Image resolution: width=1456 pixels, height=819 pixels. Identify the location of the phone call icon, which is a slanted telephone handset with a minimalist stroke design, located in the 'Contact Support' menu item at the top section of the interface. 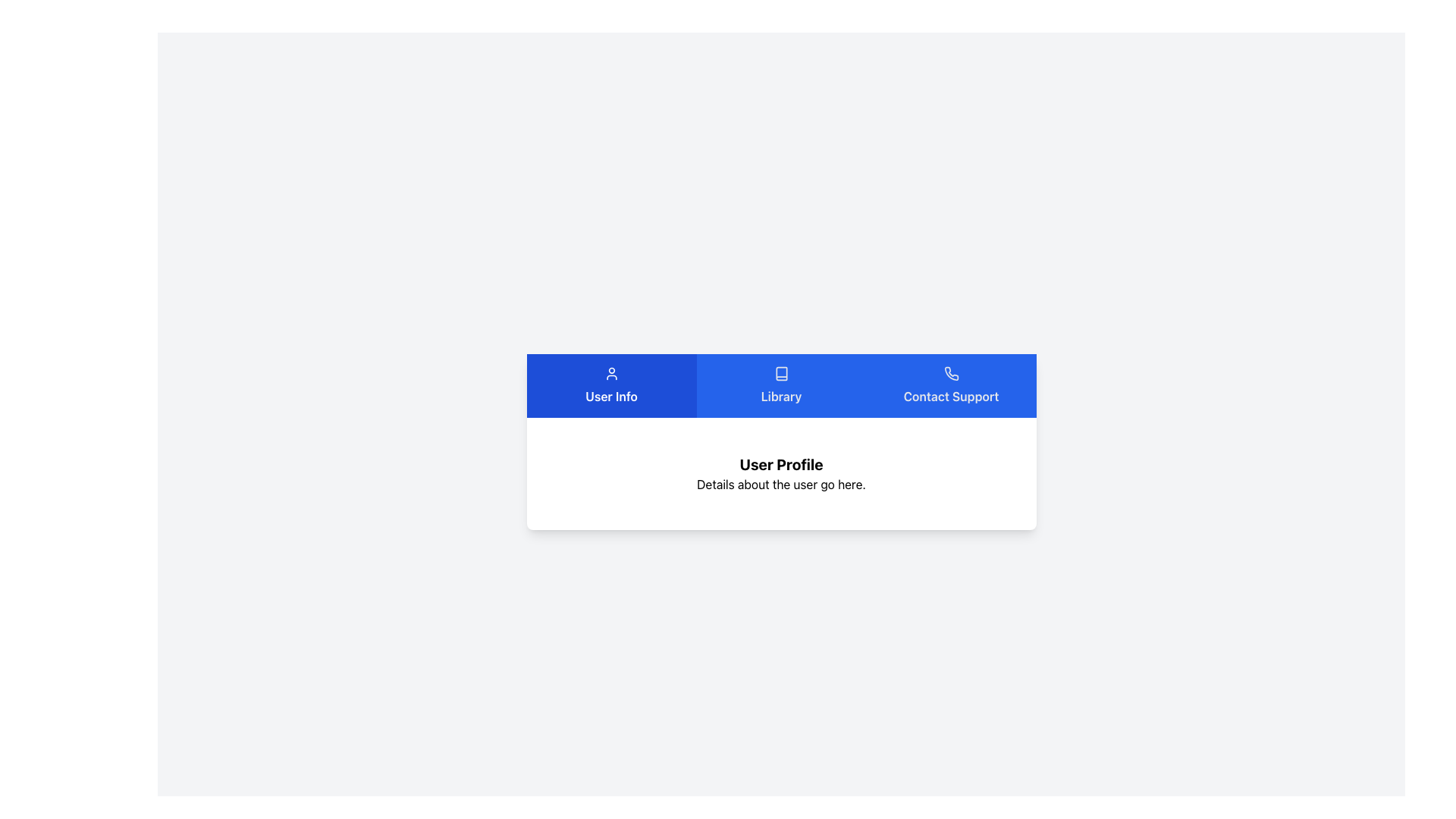
(950, 374).